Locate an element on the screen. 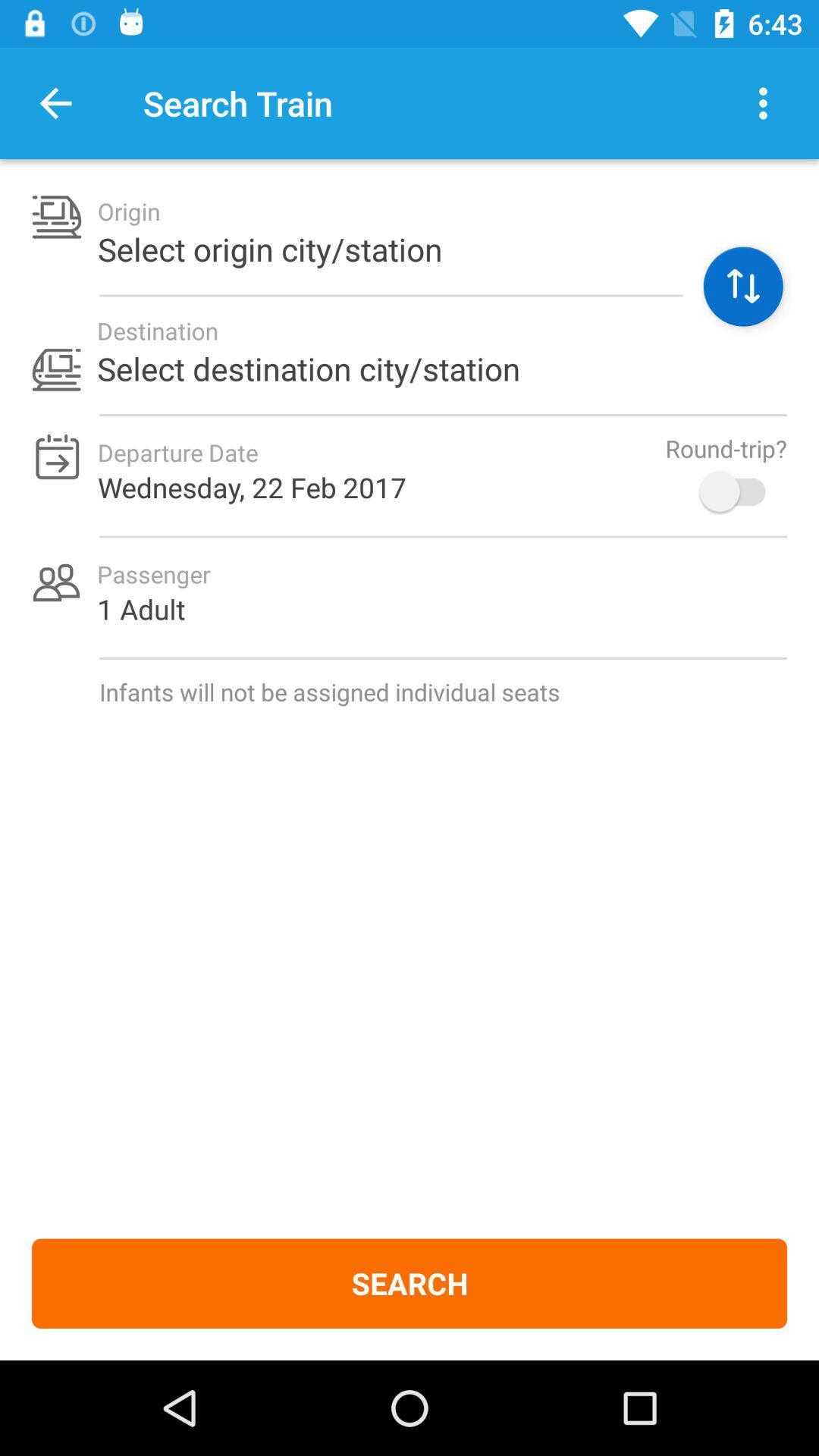 This screenshot has width=819, height=1456. item to the right of wednesday 22 feb icon is located at coordinates (739, 491).